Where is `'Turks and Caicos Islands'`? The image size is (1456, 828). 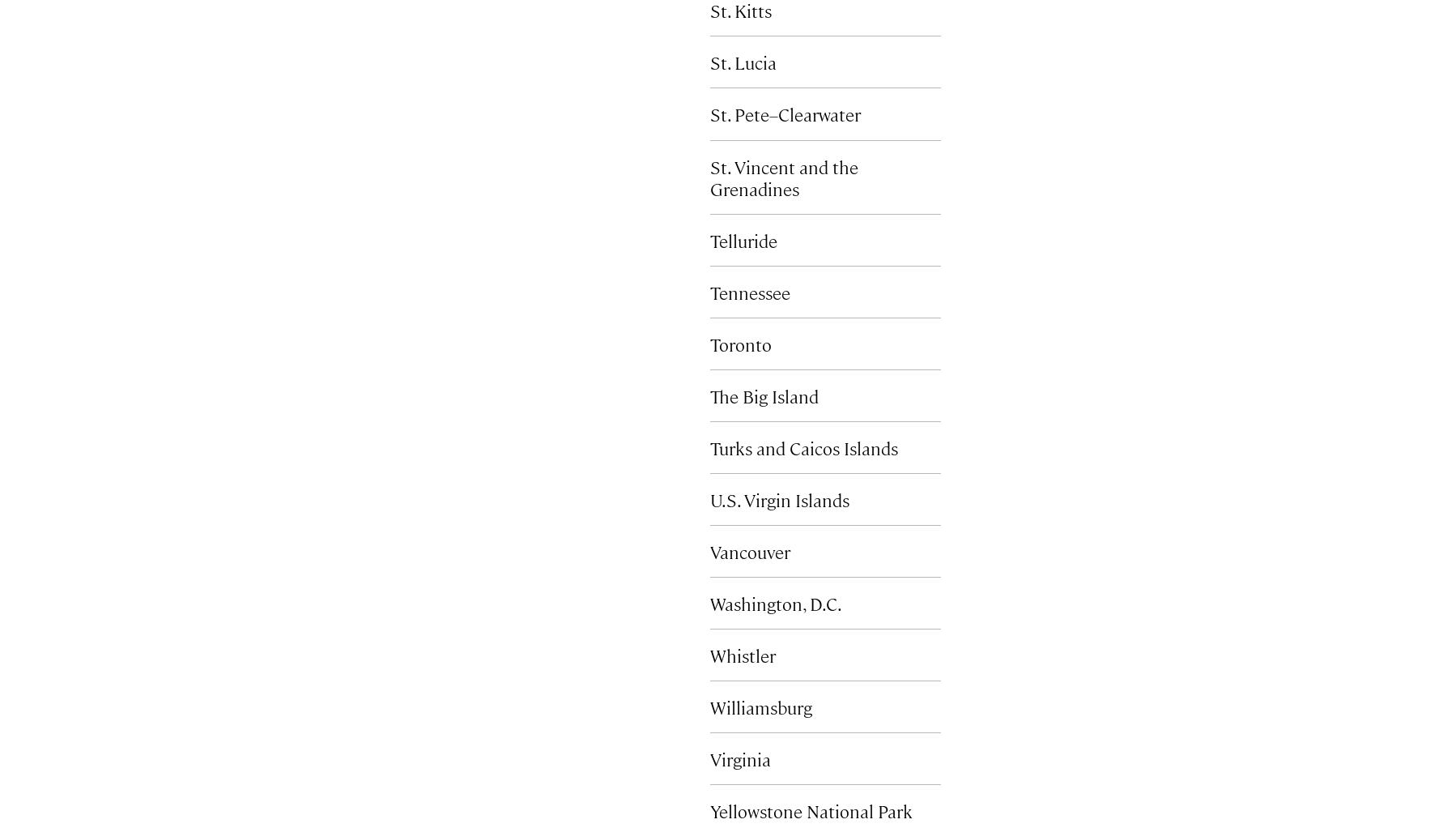 'Turks and Caicos Islands' is located at coordinates (803, 446).